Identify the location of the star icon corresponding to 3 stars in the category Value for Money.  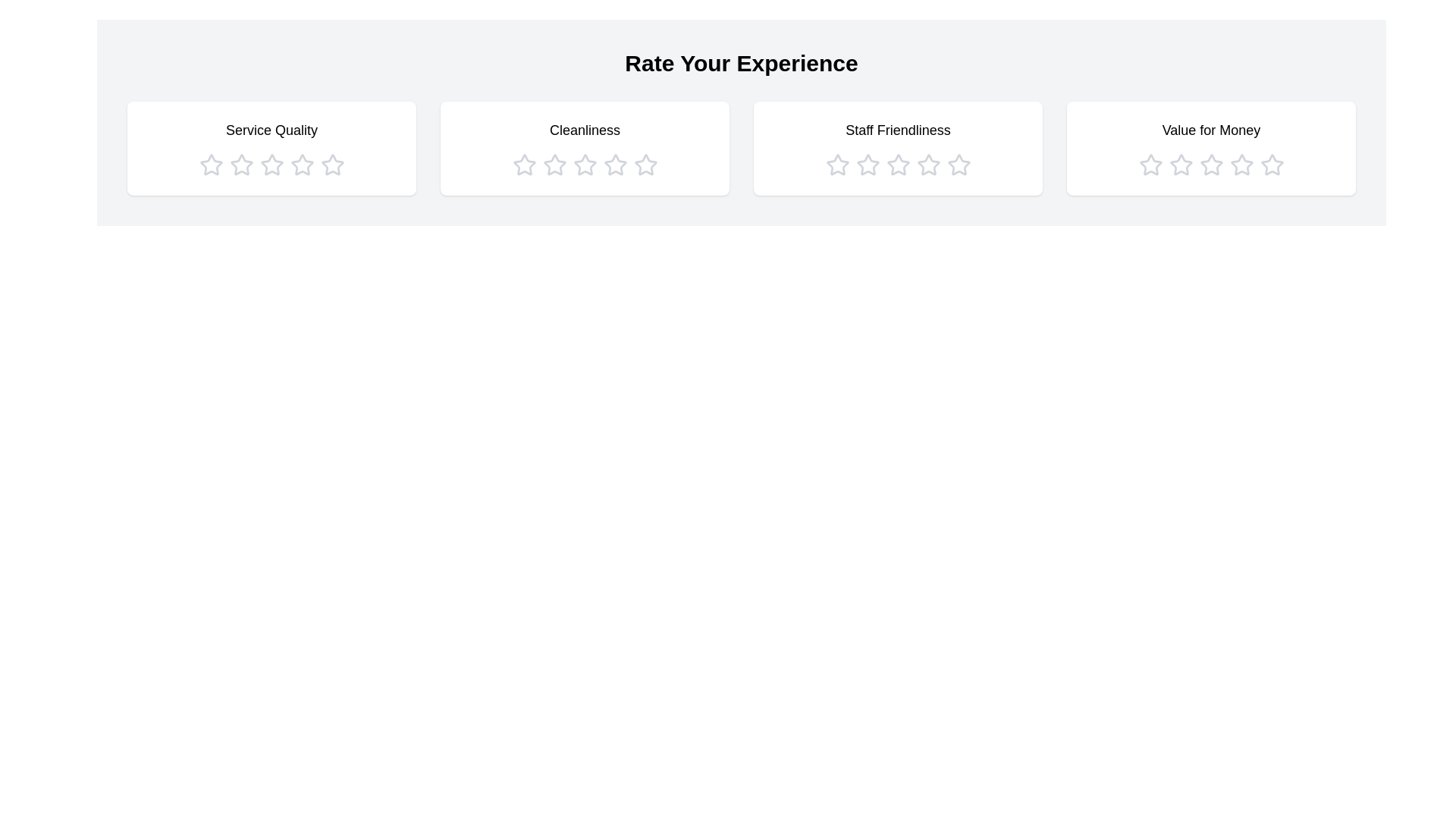
(1210, 165).